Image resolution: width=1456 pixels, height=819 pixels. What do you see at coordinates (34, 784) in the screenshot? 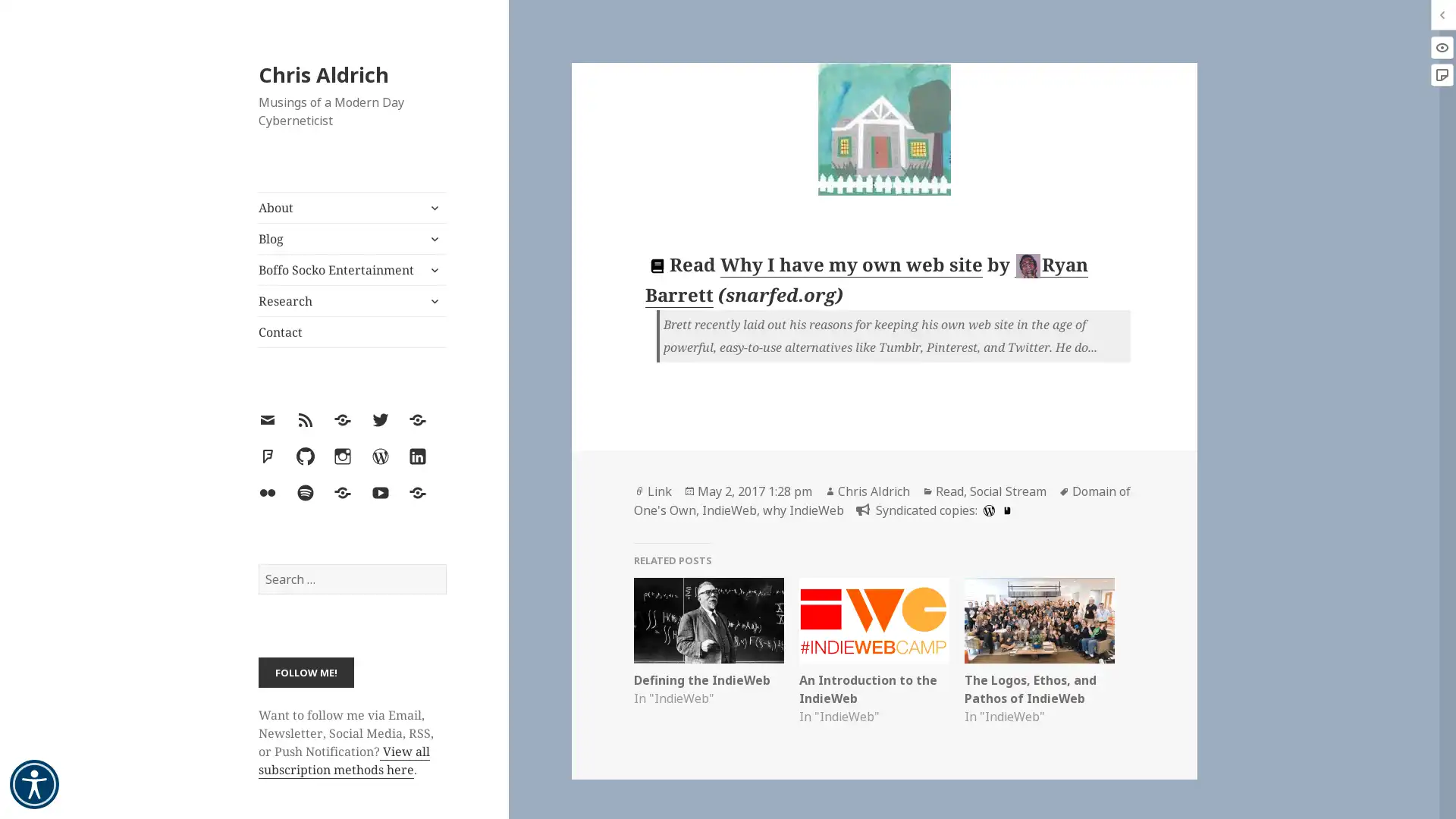
I see `Accessibility Menu` at bounding box center [34, 784].